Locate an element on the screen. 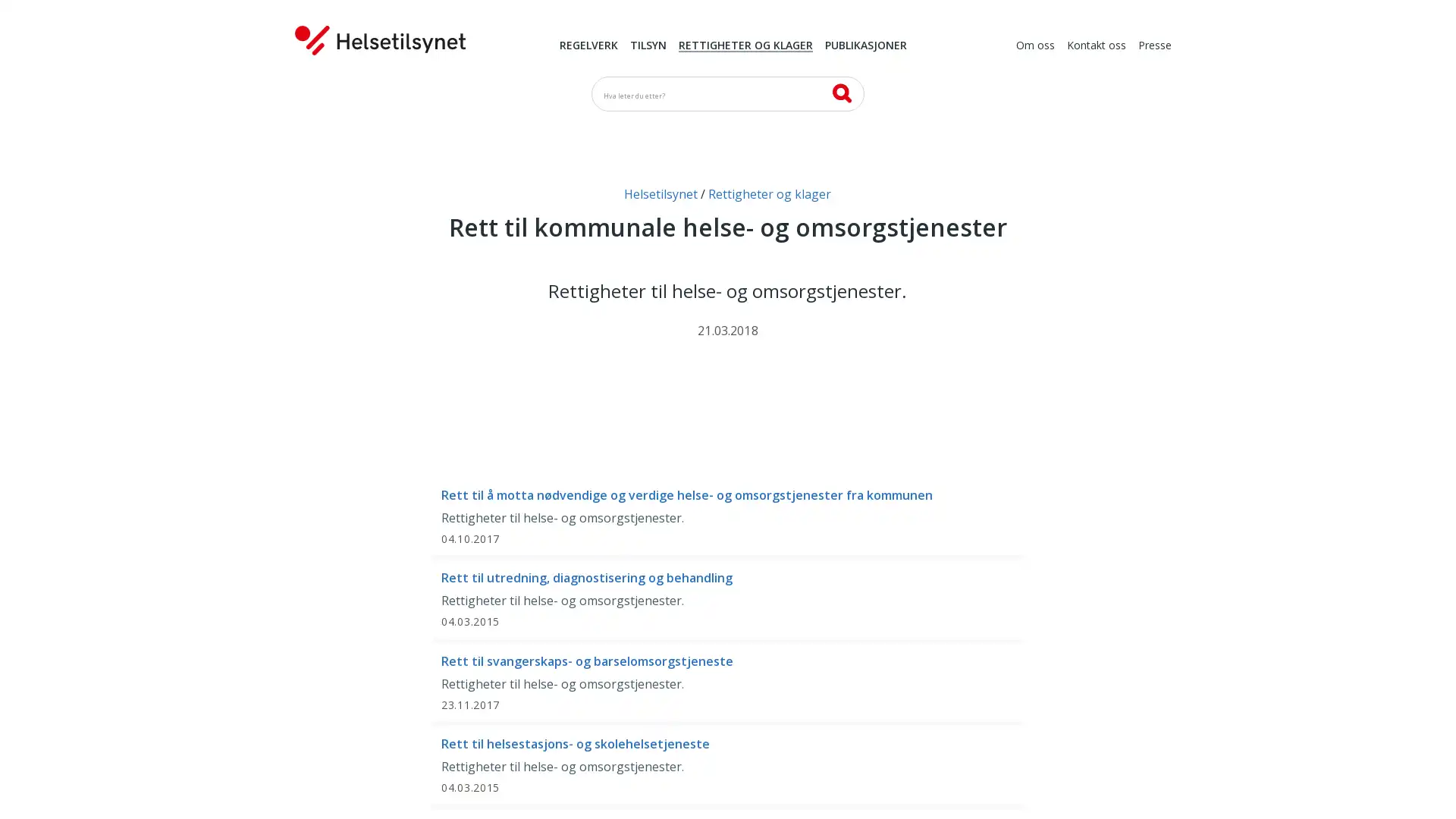 This screenshot has height=819, width=1456. SK is located at coordinates (840, 93).